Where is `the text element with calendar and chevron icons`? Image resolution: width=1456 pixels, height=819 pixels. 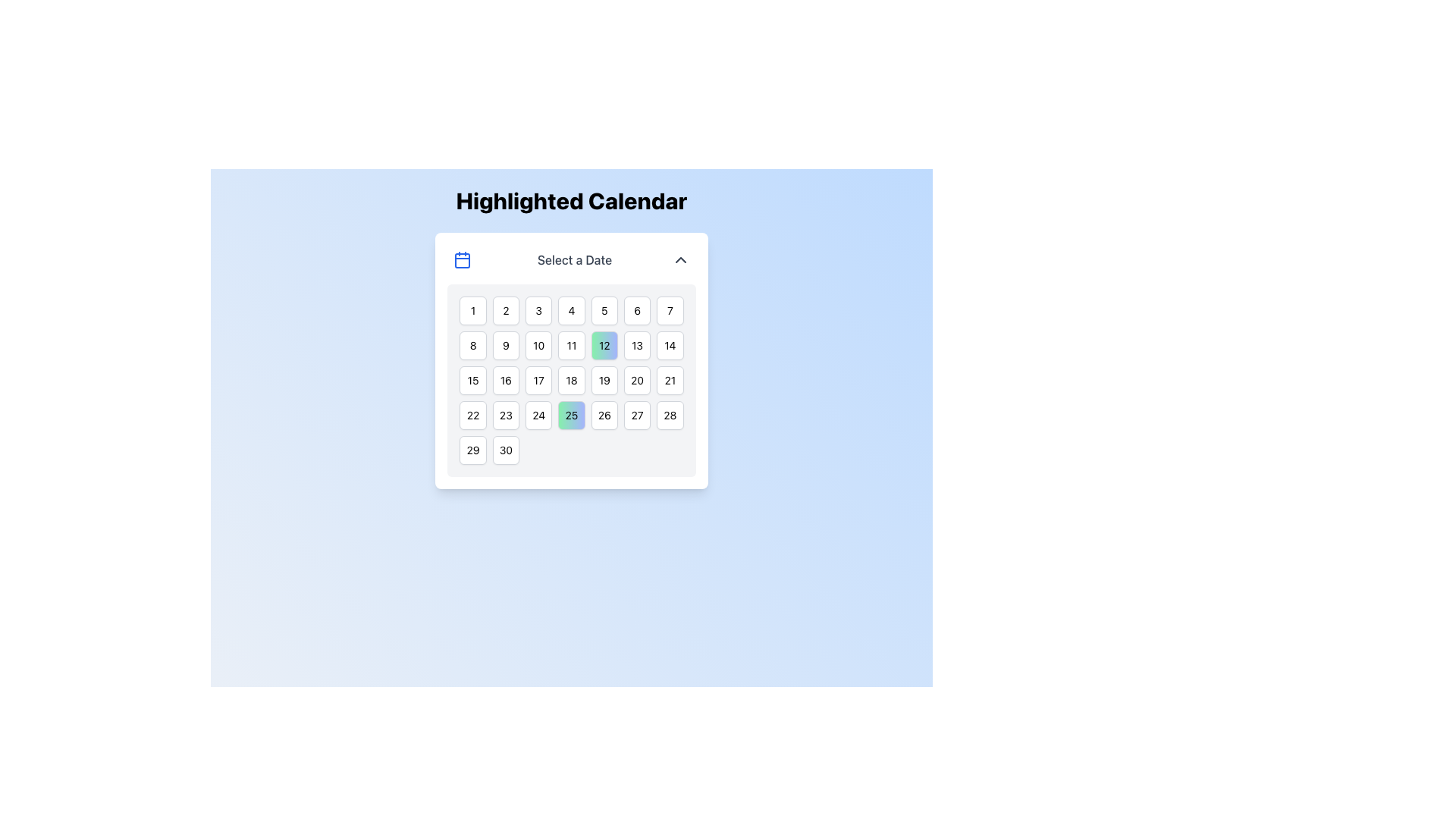
the text element with calendar and chevron icons is located at coordinates (570, 259).